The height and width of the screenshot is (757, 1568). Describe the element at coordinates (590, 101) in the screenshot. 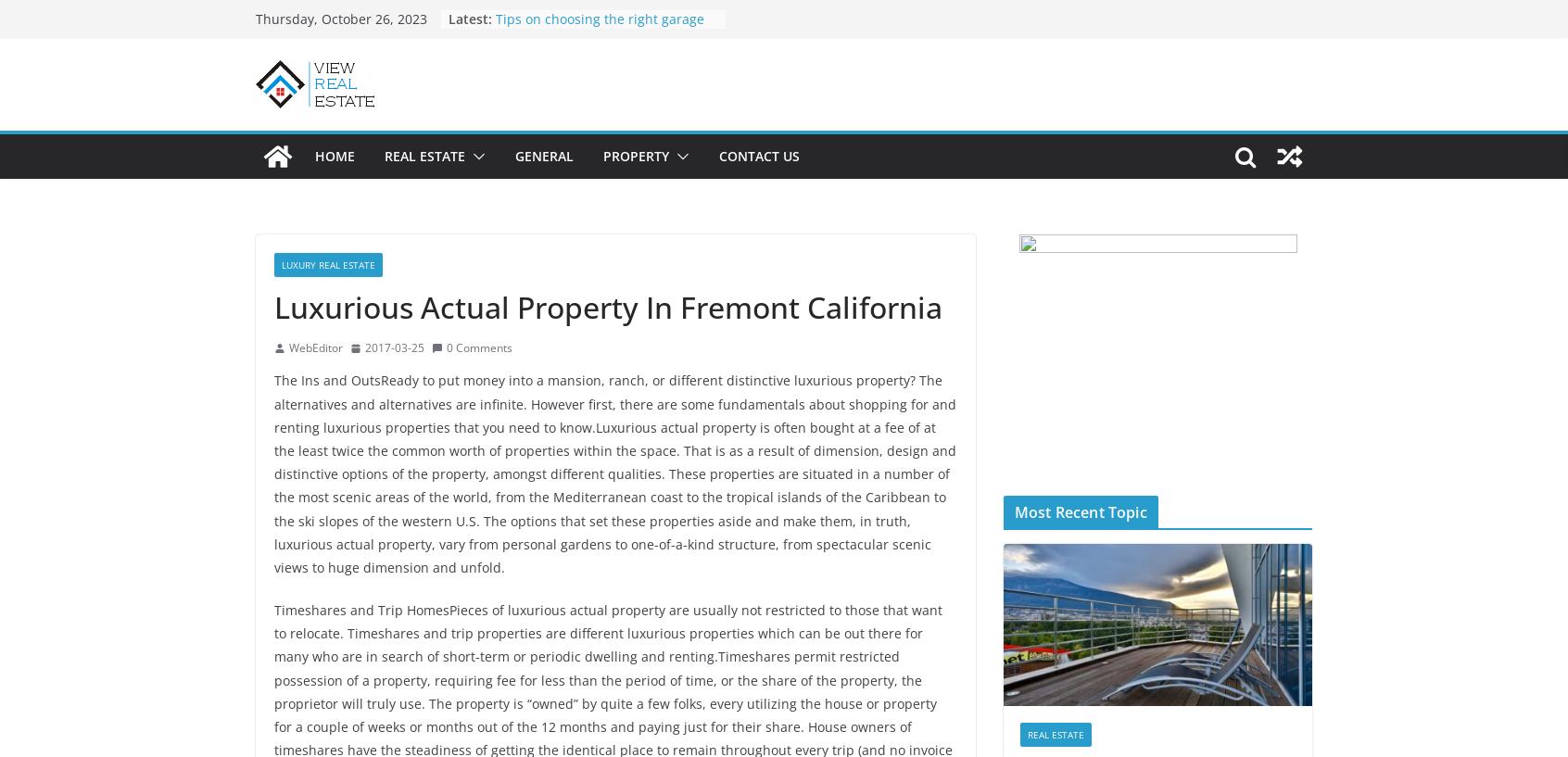

I see `'Concierge Real Estate Agent in Sofia, Bulgaria'` at that location.